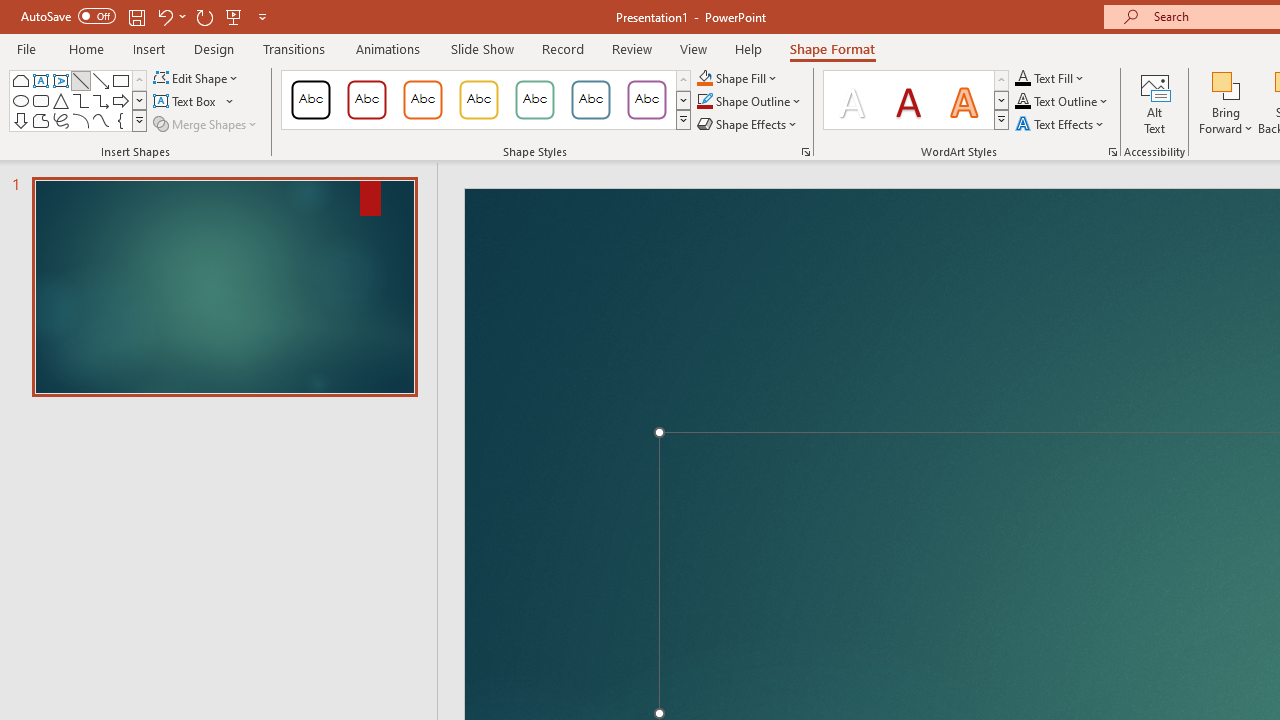  What do you see at coordinates (197, 77) in the screenshot?
I see `'Edit Shape'` at bounding box center [197, 77].